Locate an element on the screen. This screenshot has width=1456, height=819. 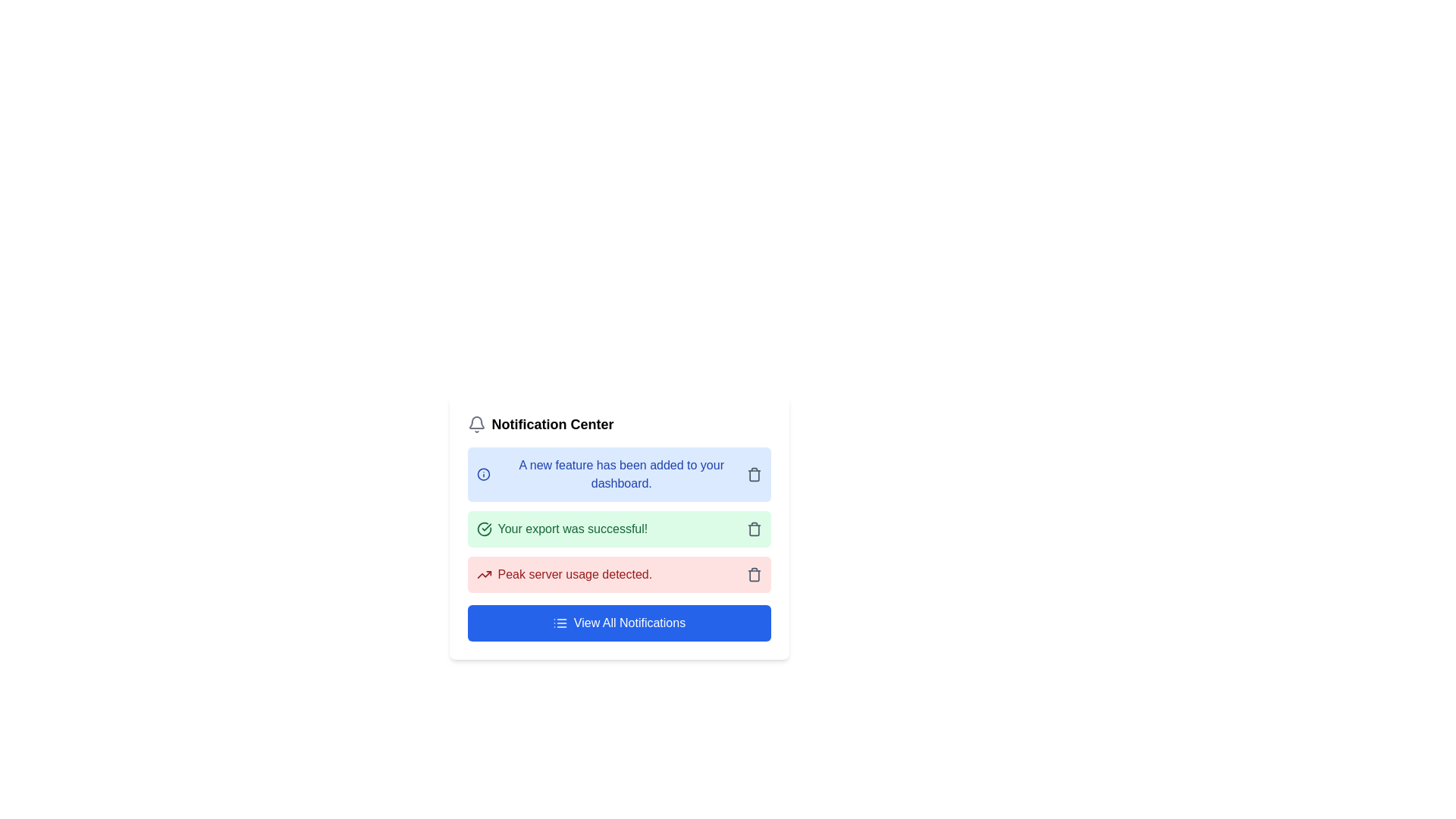
the visual representation of the icon located on the left side of the 'View All Notifications' button within the notification panel is located at coordinates (559, 623).